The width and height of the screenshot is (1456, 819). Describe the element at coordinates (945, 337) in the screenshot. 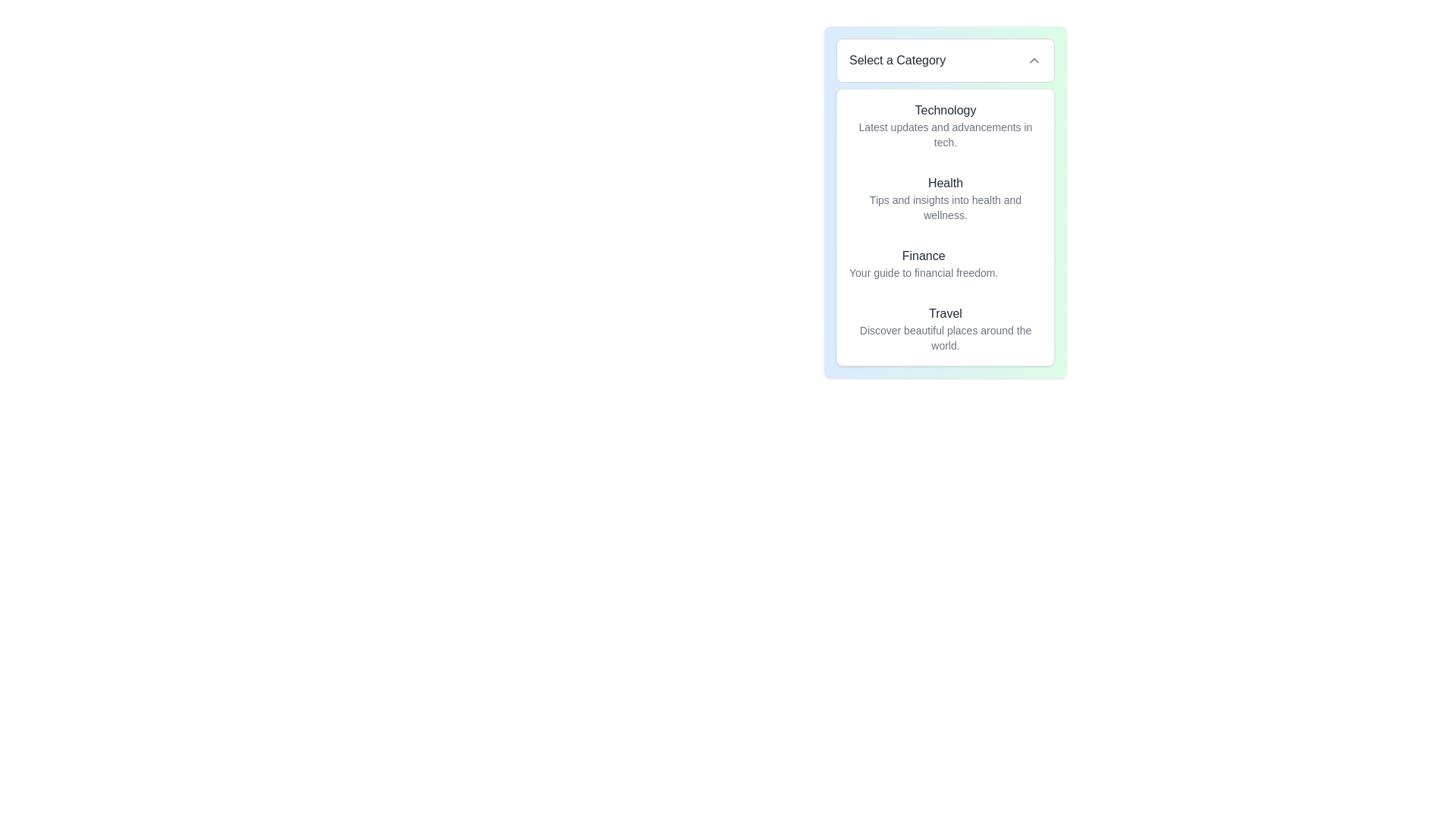

I see `text element that describes beautiful places around the world, which is styled in light gray and smaller font, located below the title 'Travel'` at that location.